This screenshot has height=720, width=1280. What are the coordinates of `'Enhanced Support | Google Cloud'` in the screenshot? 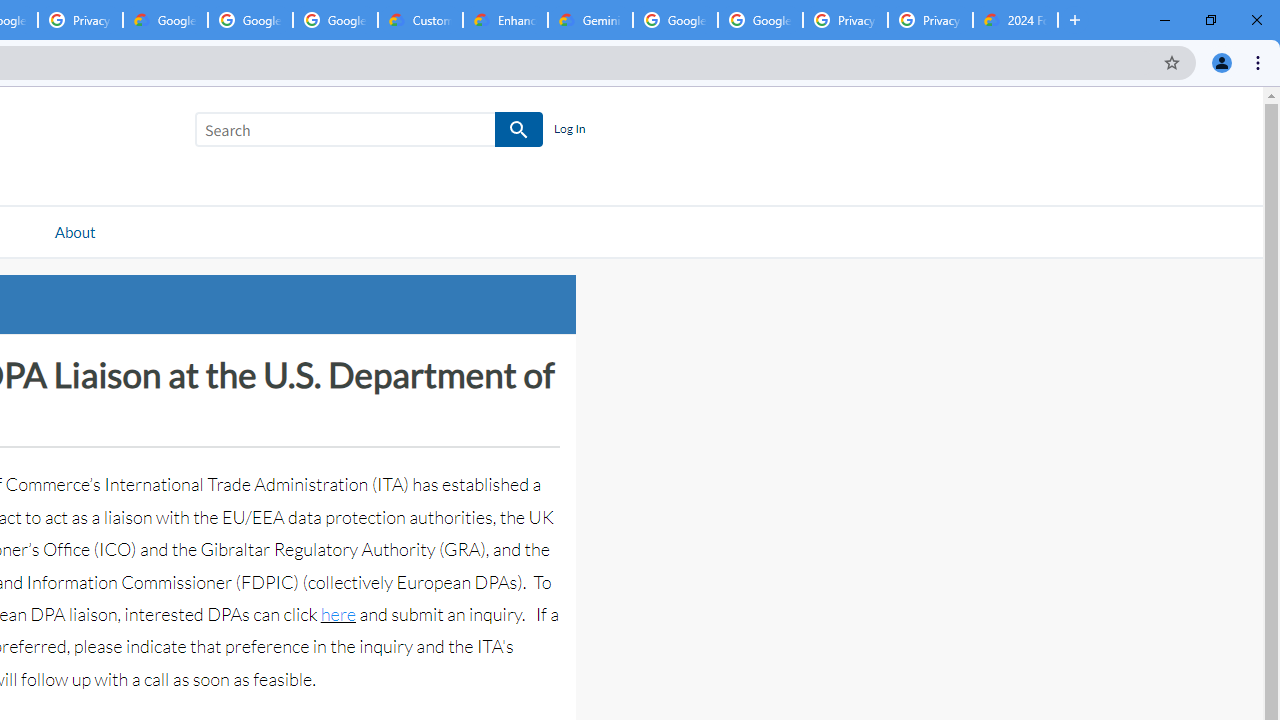 It's located at (505, 20).